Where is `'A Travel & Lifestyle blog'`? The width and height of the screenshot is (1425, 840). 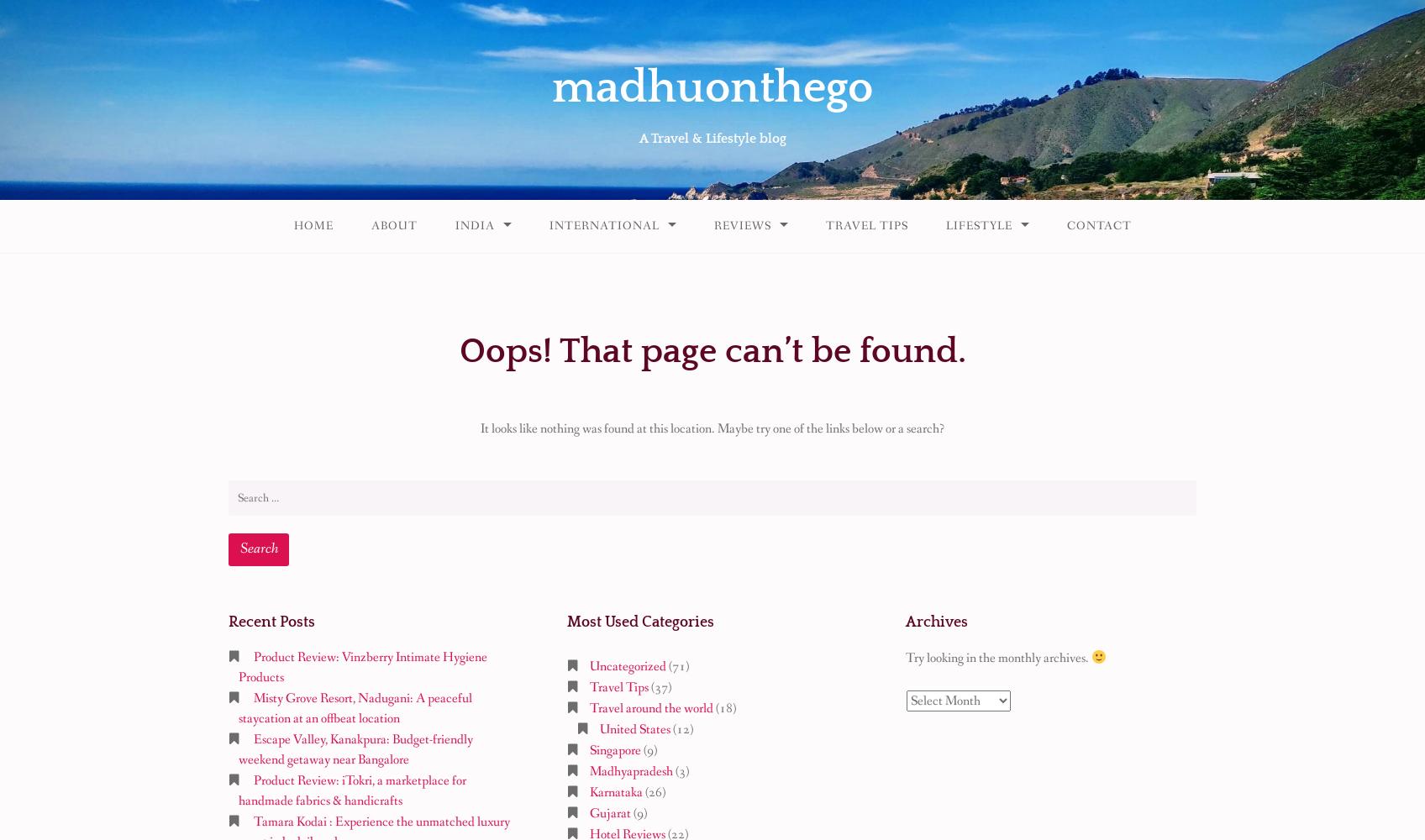
'A Travel & Lifestyle blog' is located at coordinates (638, 138).